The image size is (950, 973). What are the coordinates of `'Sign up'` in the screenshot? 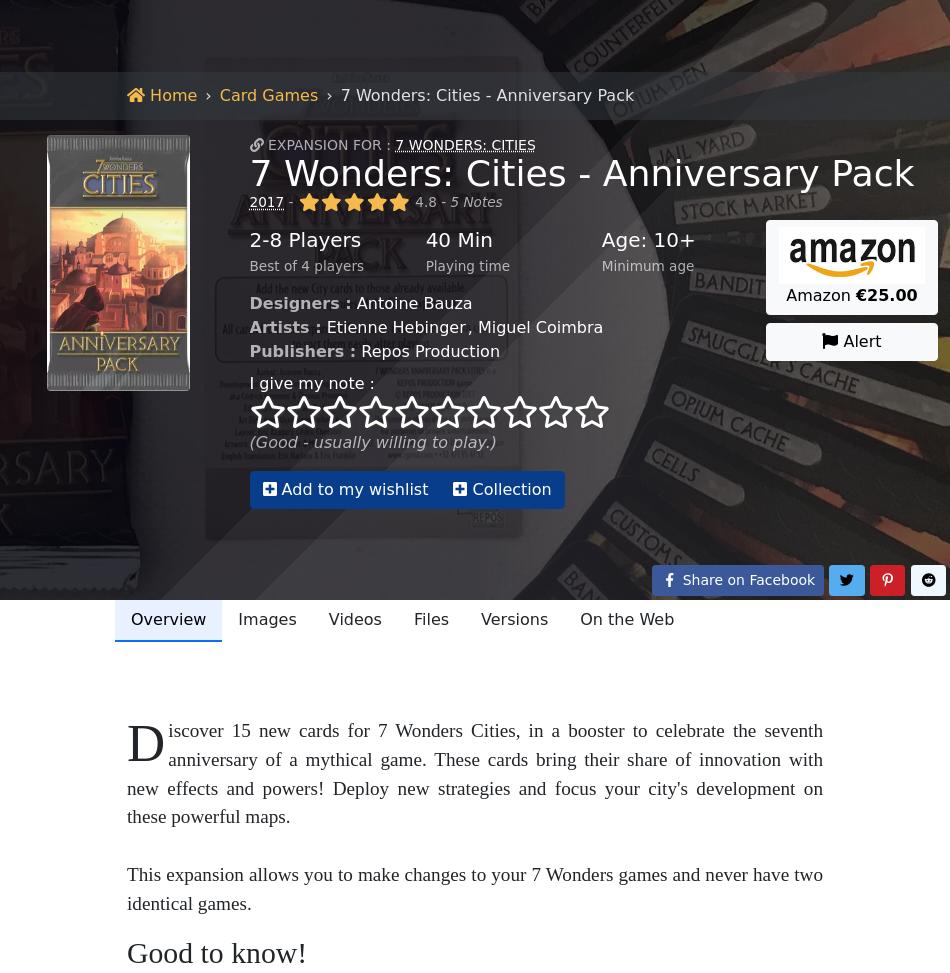 It's located at (833, 27).